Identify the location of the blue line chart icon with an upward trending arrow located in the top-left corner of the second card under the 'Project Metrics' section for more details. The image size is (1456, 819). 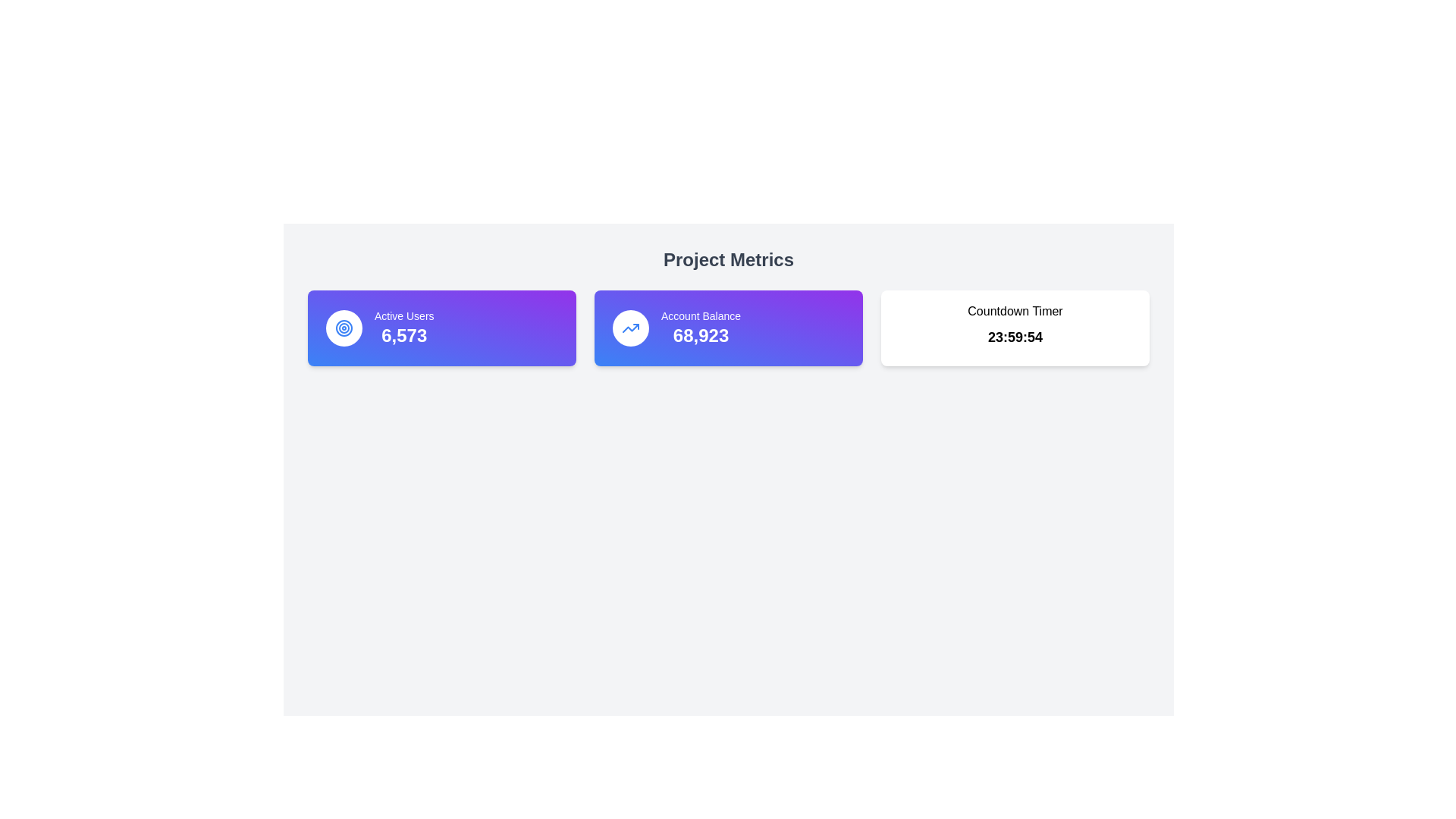
(630, 327).